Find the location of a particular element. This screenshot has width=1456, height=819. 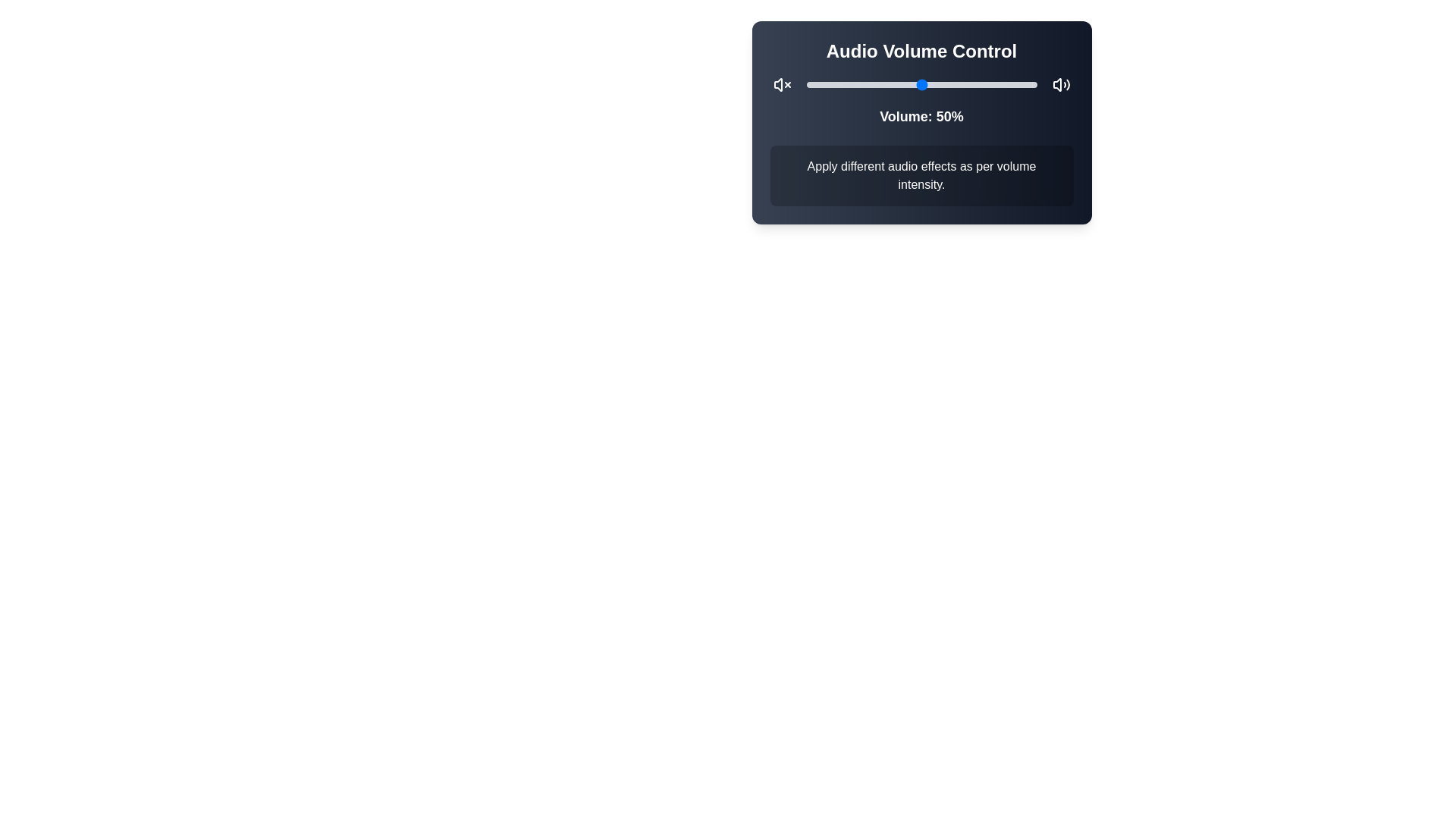

the volume slider to set the volume to 78% is located at coordinates (986, 84).